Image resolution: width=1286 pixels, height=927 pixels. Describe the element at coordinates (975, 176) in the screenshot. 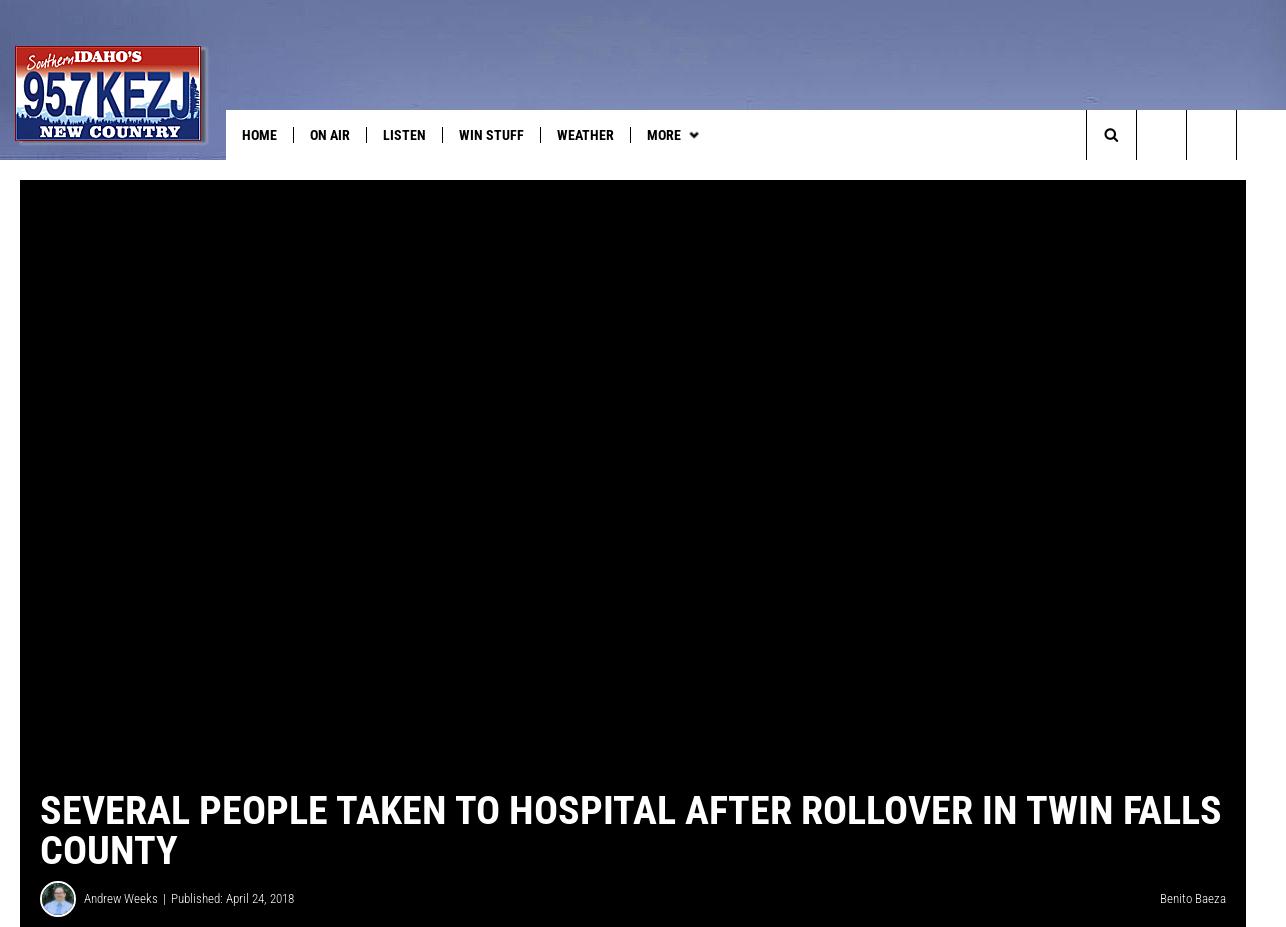

I see `'Anniversary Club'` at that location.